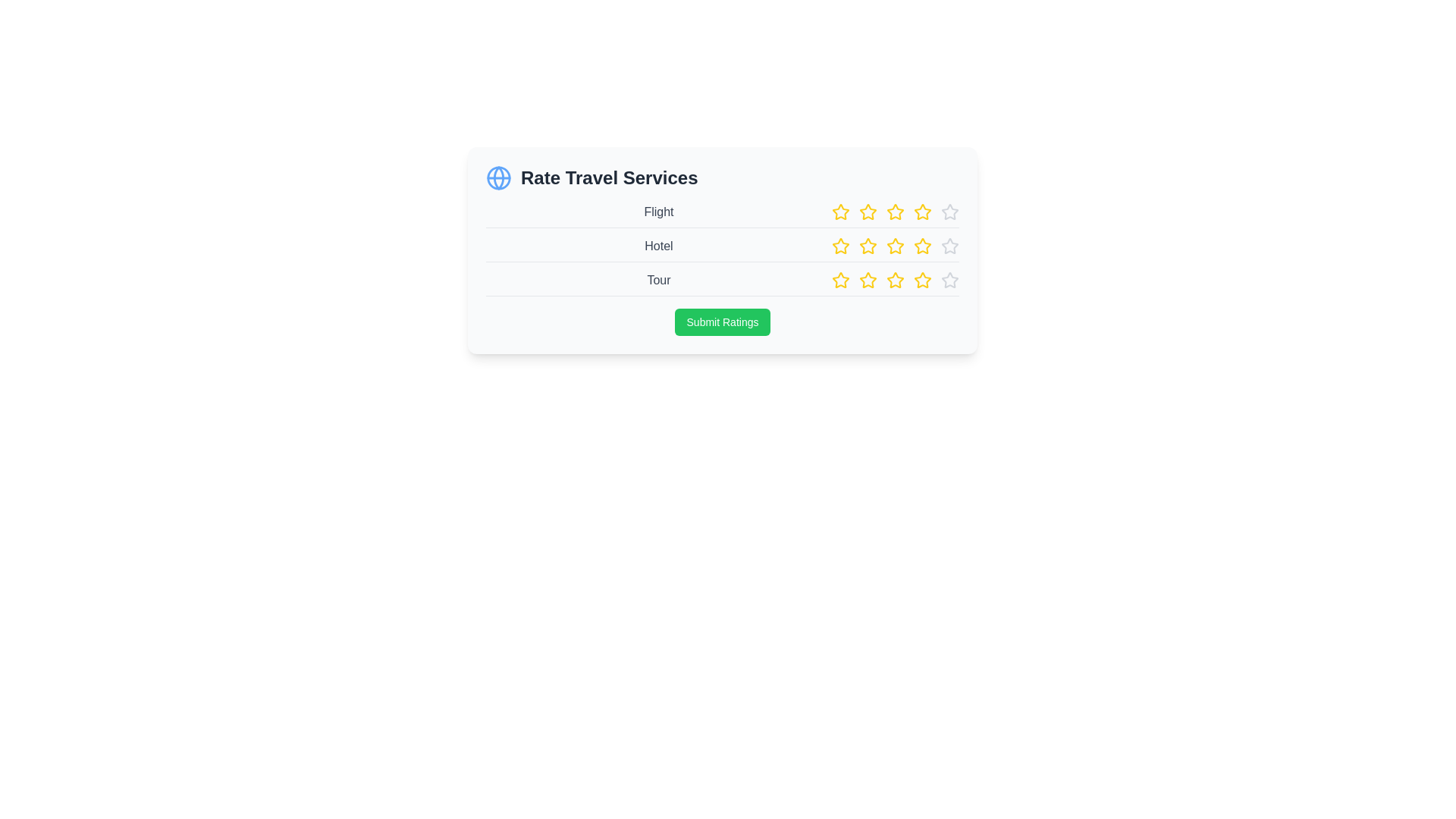  What do you see at coordinates (895, 245) in the screenshot?
I see `on the third star icon in the Hotel rating section, which is styled in a yellow hue and located prominently among a sequence of similar stars` at bounding box center [895, 245].